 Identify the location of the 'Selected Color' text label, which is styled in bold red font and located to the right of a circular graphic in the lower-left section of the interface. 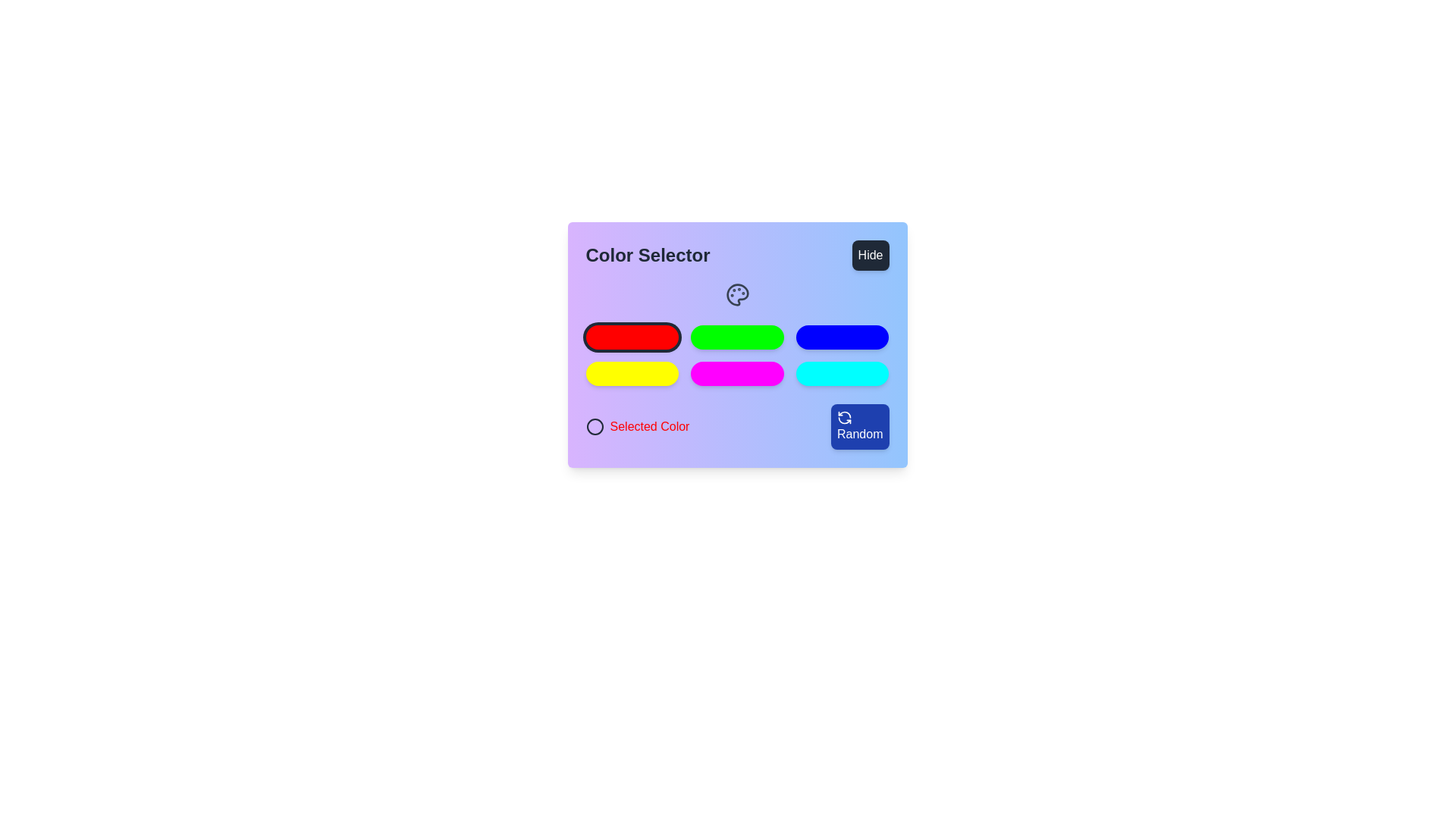
(649, 427).